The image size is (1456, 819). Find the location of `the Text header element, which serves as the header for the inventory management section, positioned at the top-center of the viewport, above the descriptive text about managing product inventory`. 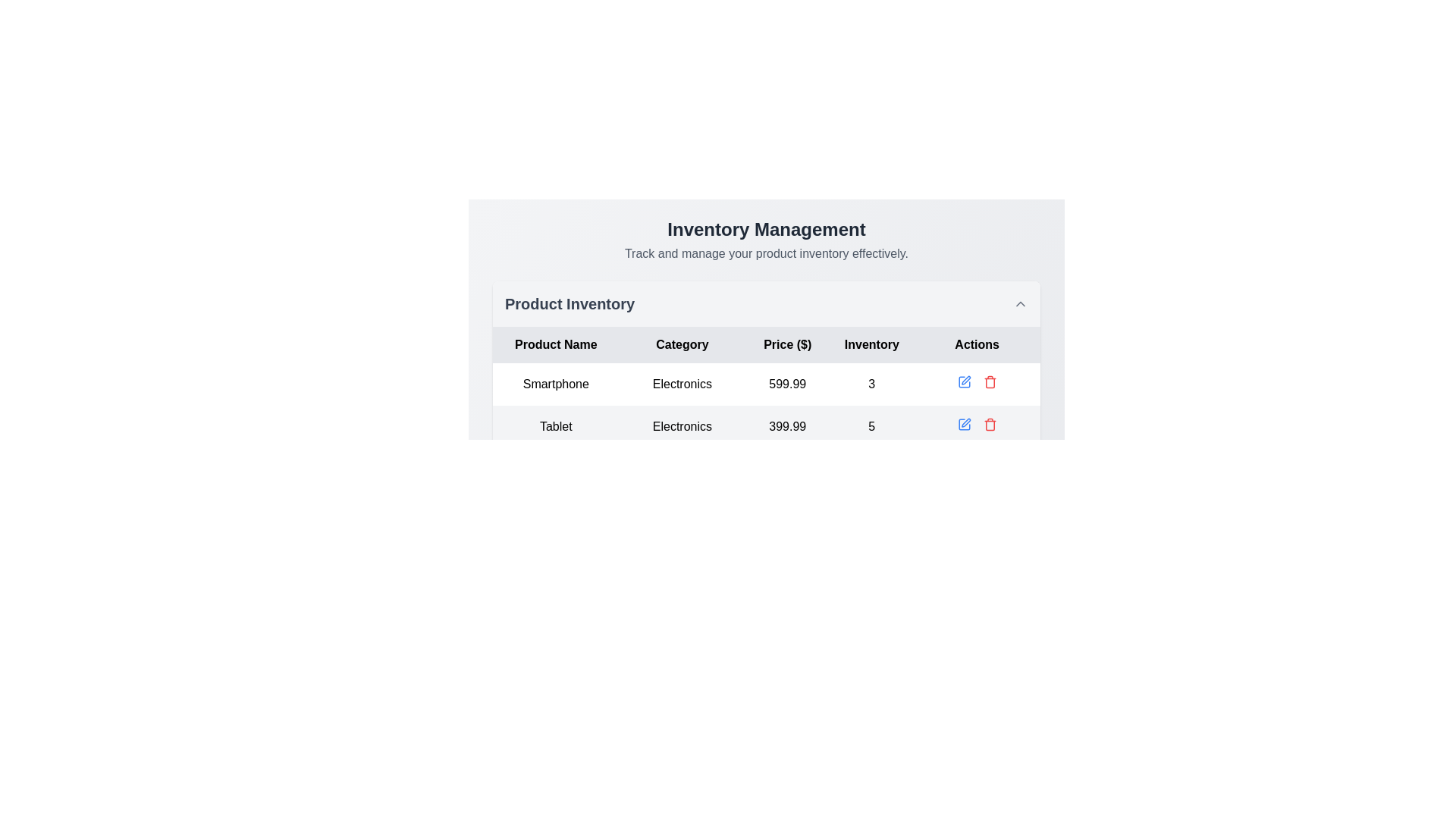

the Text header element, which serves as the header for the inventory management section, positioned at the top-center of the viewport, above the descriptive text about managing product inventory is located at coordinates (767, 230).